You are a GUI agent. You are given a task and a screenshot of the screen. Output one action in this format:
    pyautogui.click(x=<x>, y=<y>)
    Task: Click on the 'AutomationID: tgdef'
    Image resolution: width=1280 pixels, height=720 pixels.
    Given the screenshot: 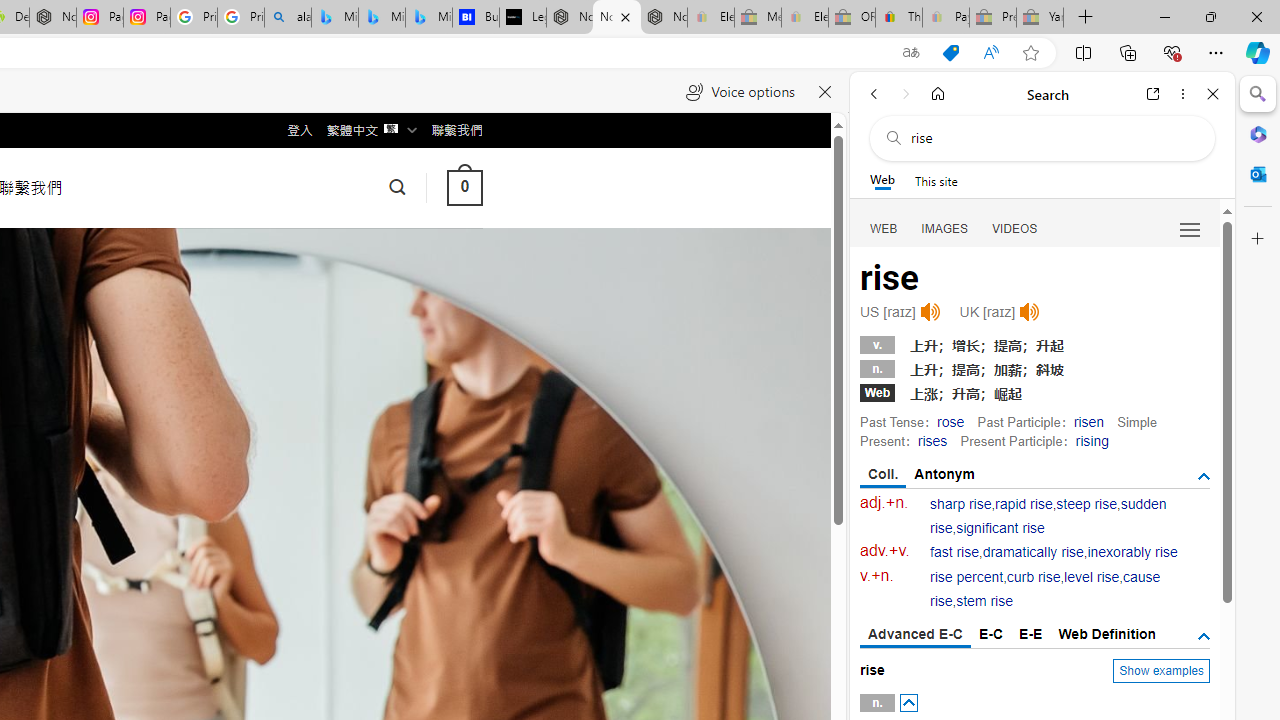 What is the action you would take?
    pyautogui.click(x=1202, y=636)
    